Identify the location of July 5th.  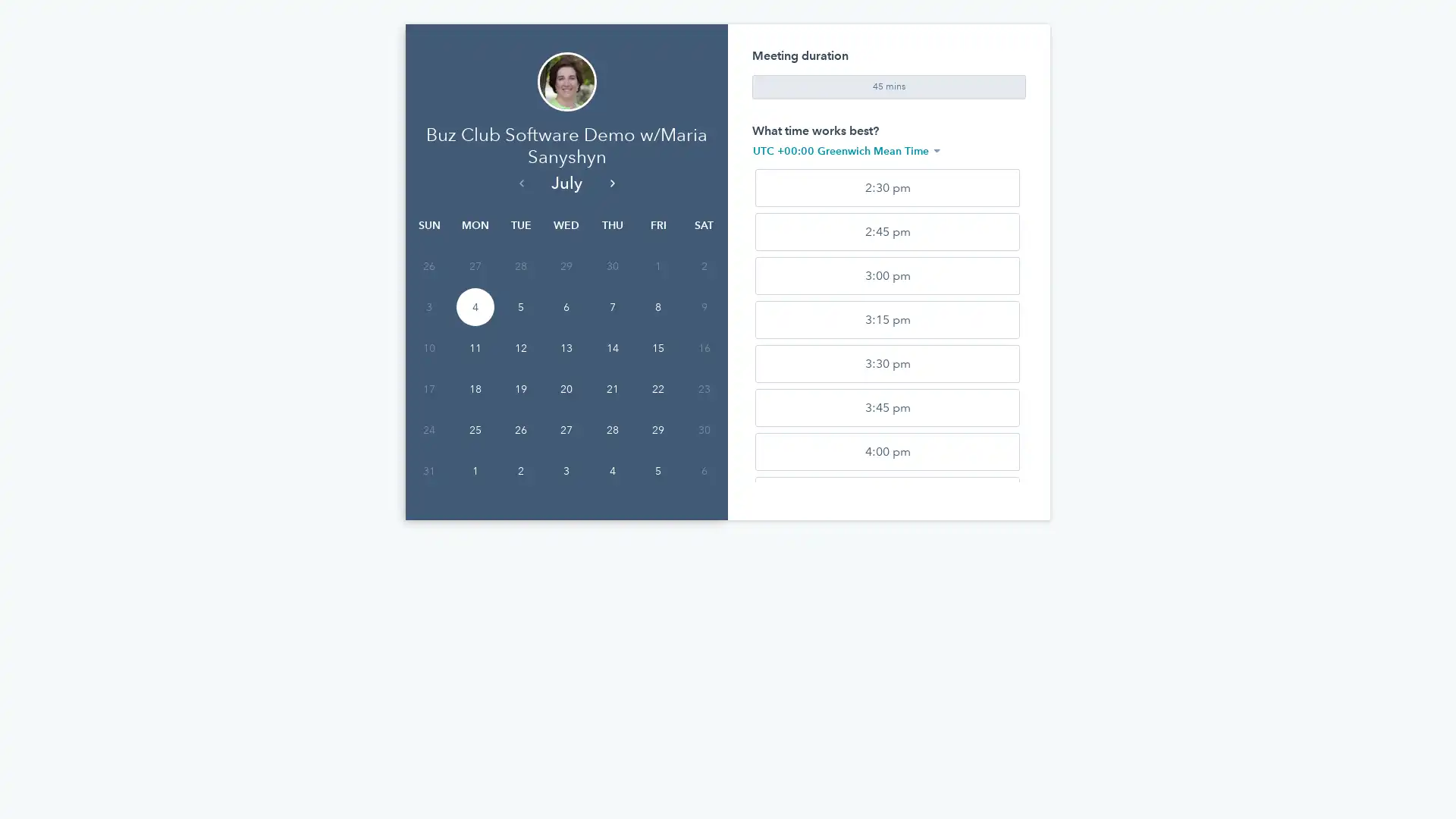
(520, 365).